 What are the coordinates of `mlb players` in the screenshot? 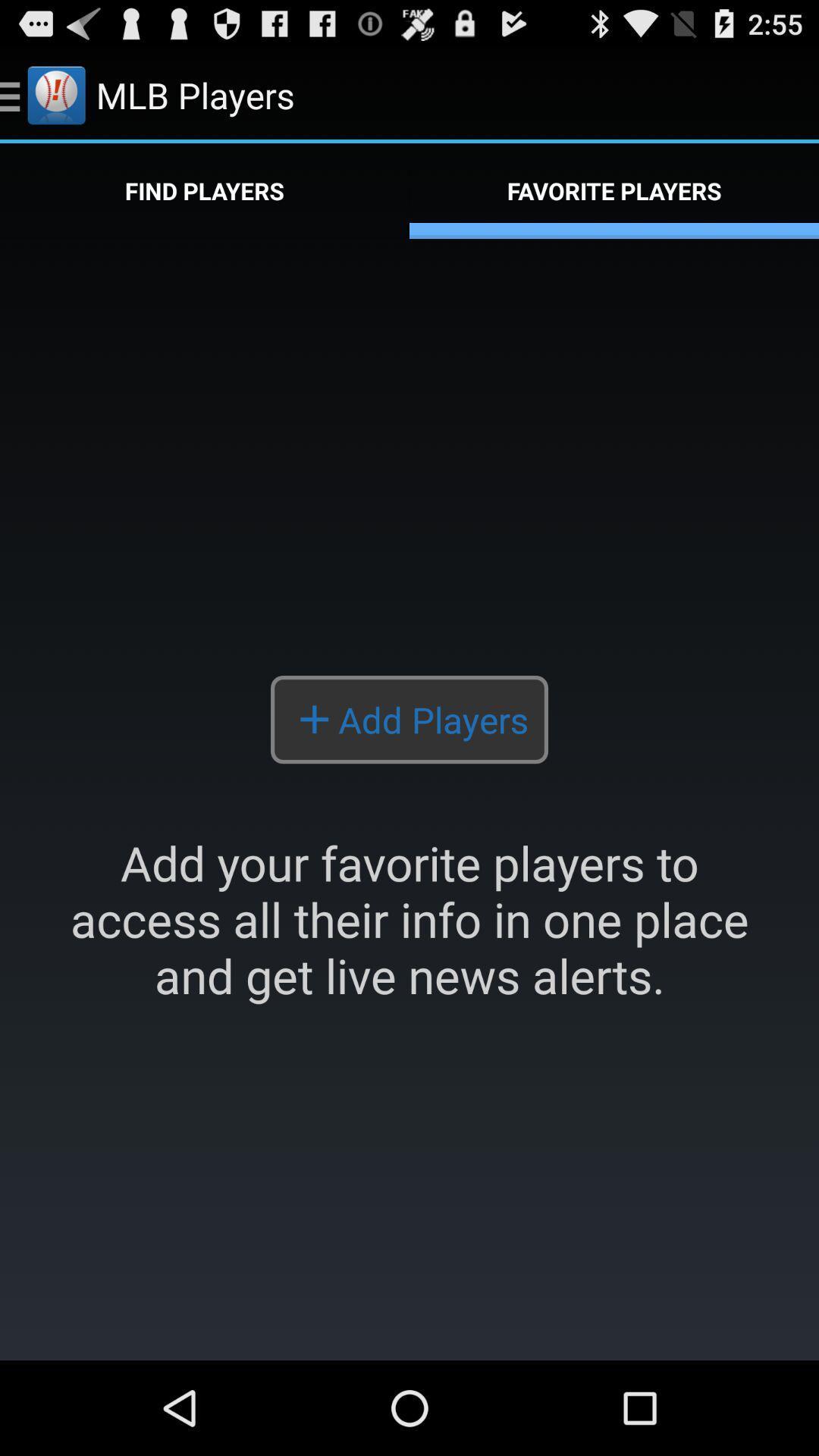 It's located at (409, 799).